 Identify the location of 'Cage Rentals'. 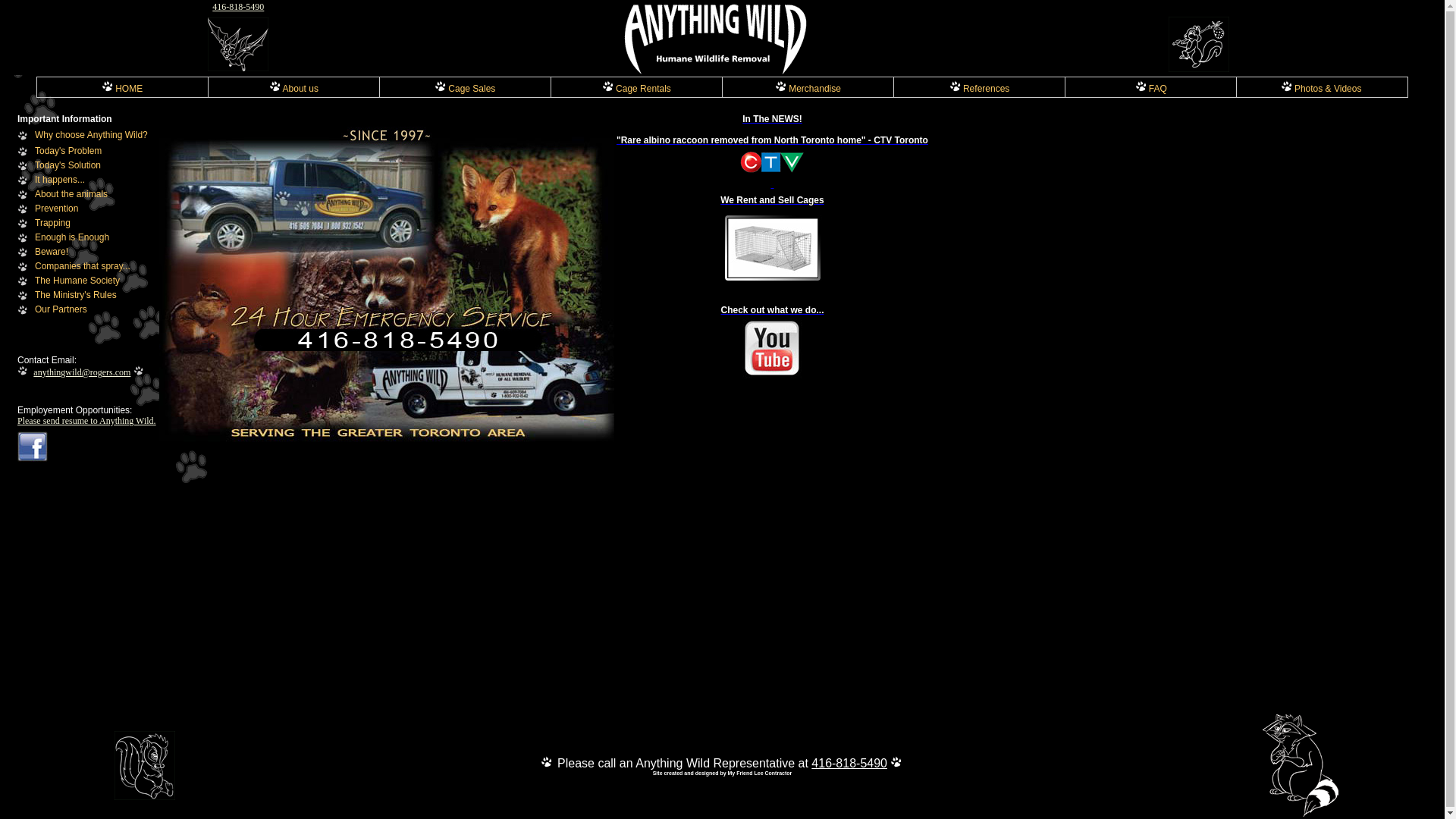
(601, 88).